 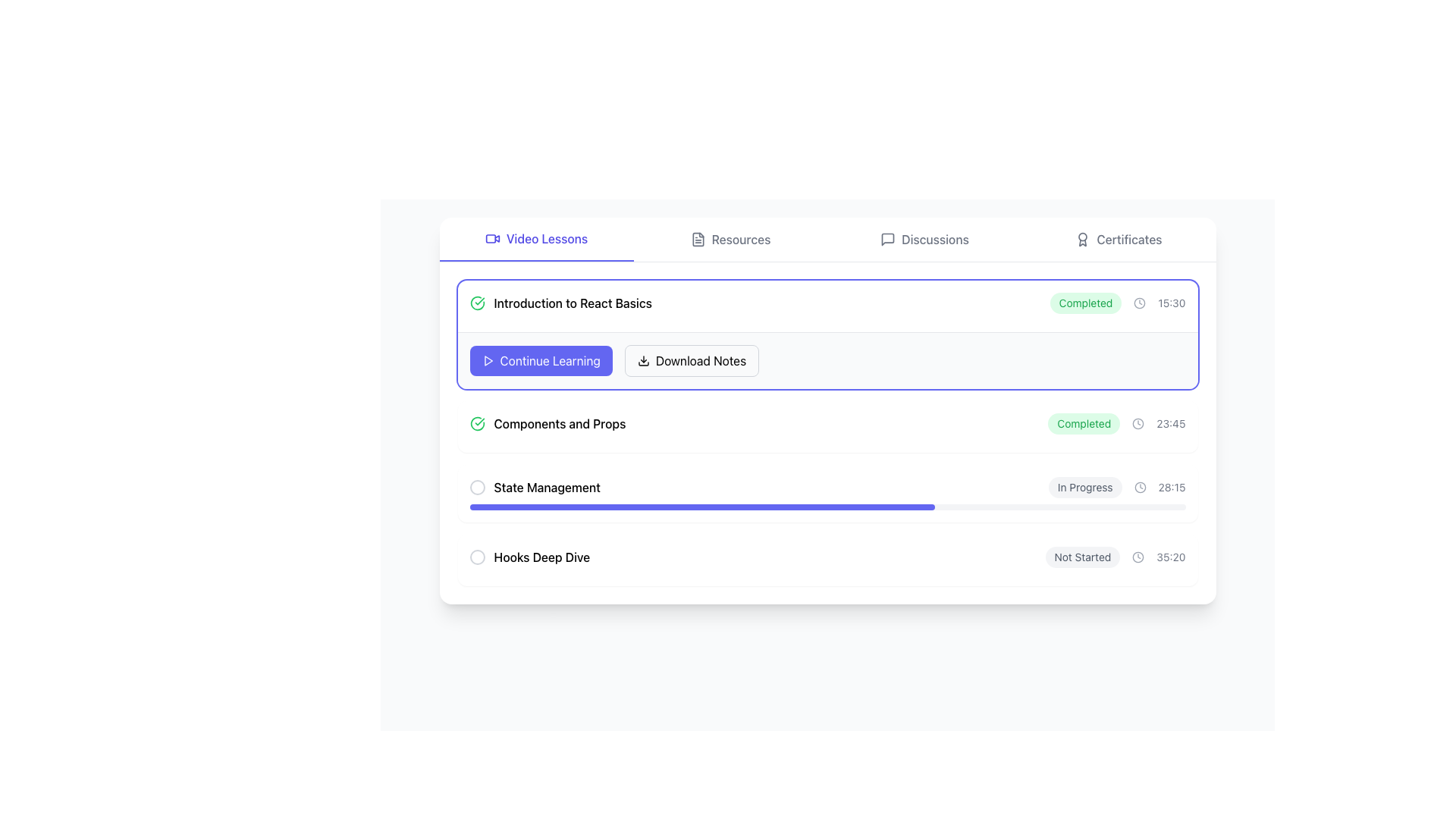 I want to click on the circular element at a specified angle 172 (in degrees) from the positive x-axis, so click(x=1139, y=564).